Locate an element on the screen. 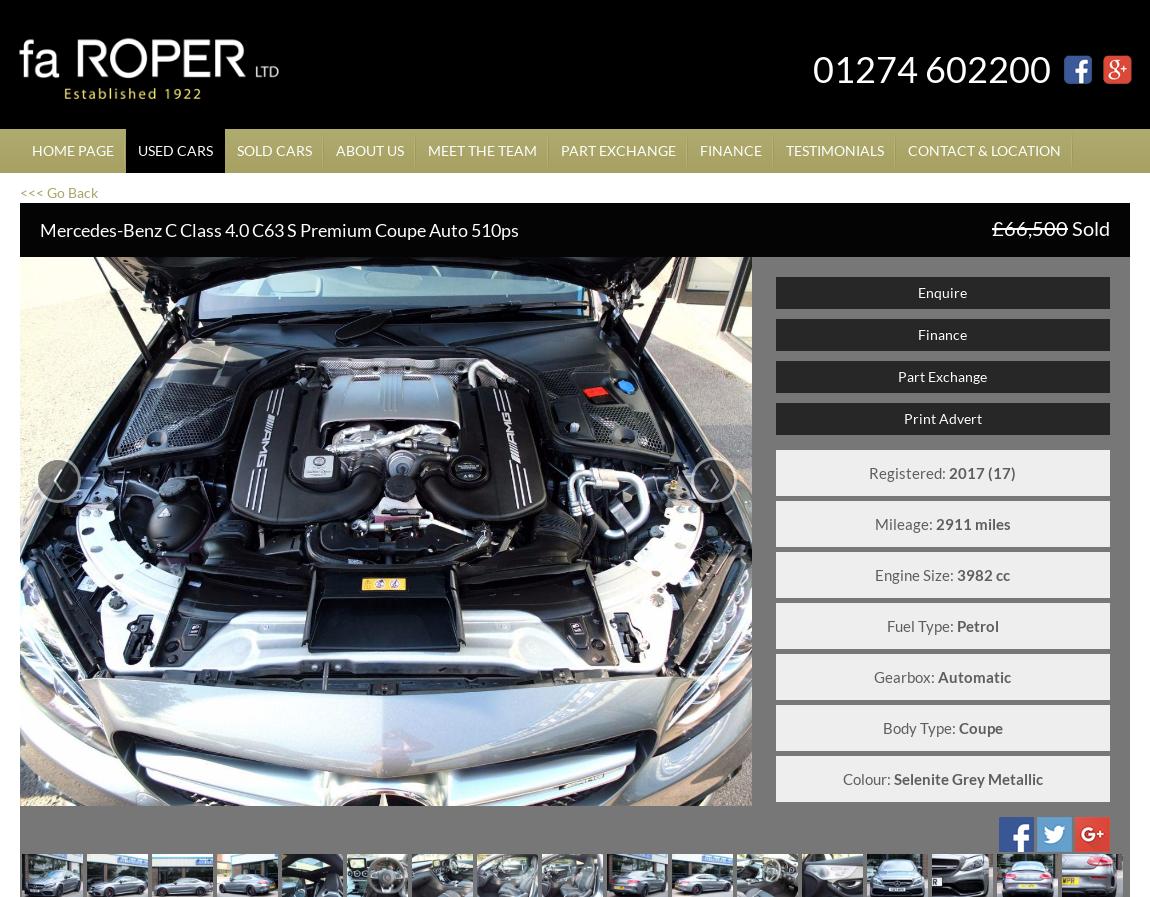 This screenshot has height=897, width=1150. 'Sold Cars' is located at coordinates (273, 149).